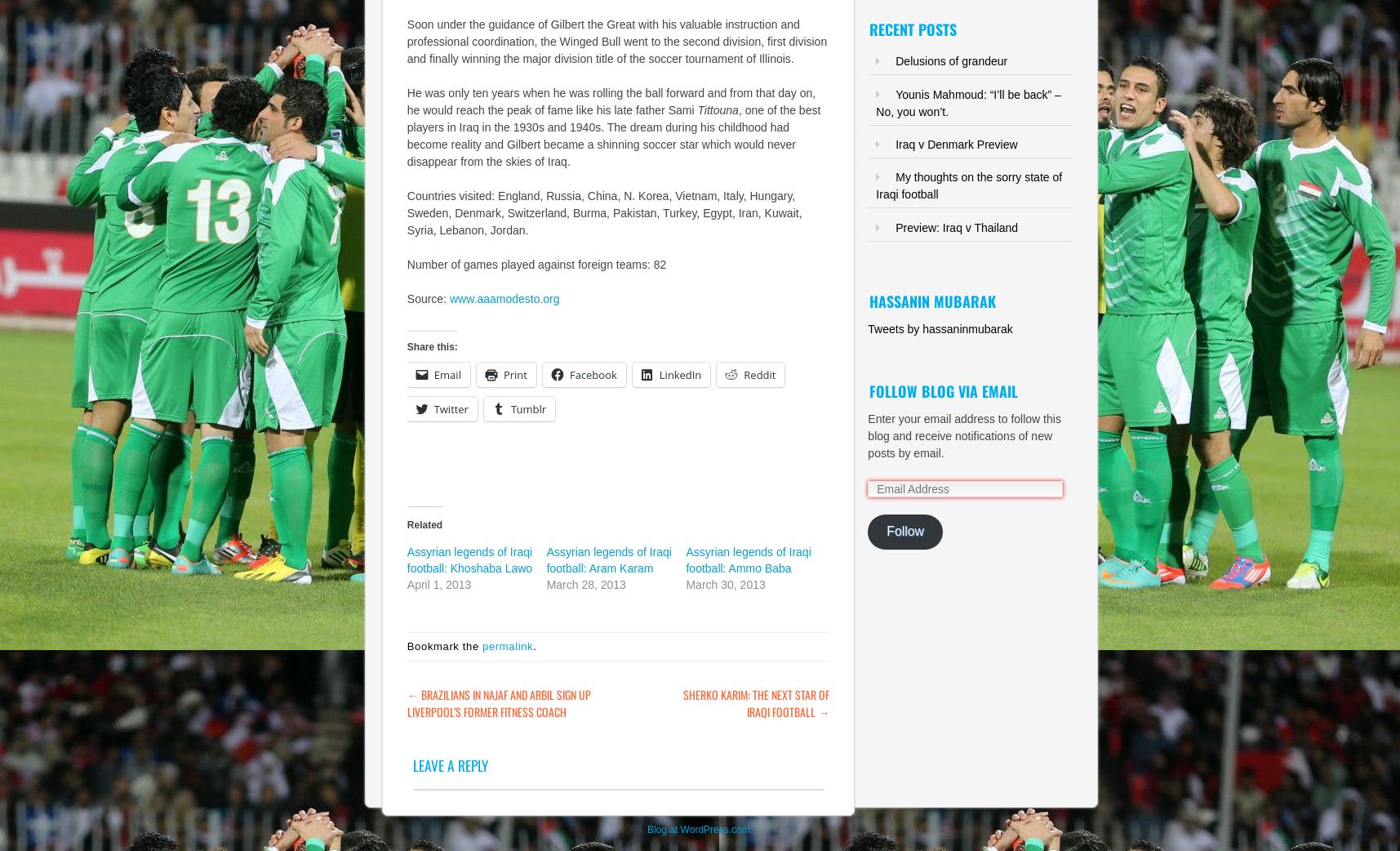 This screenshot has height=851, width=1400. Describe the element at coordinates (450, 408) in the screenshot. I see `'Twitter'` at that location.